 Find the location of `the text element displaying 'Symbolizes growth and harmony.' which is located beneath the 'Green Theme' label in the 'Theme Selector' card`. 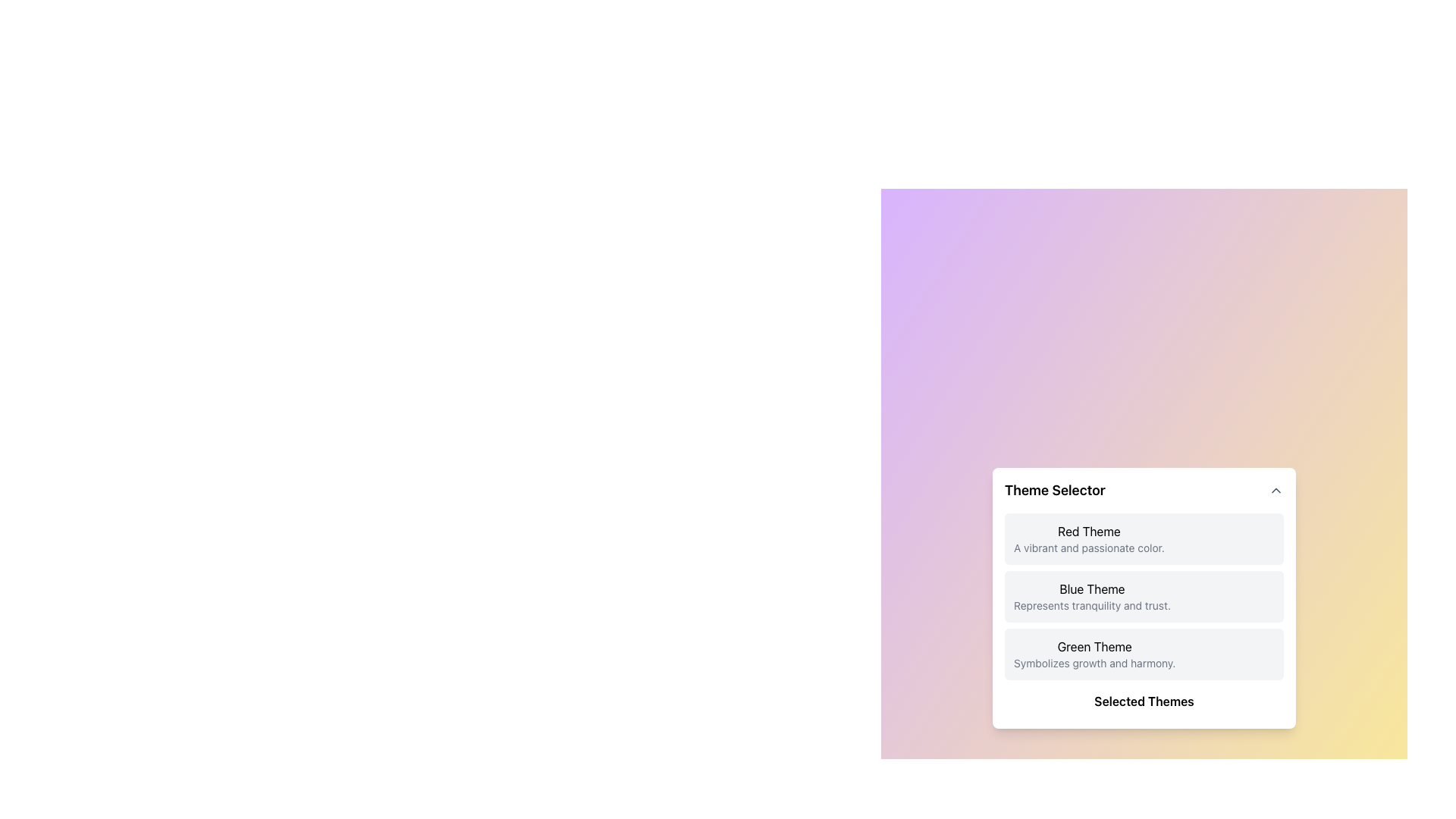

the text element displaying 'Symbolizes growth and harmony.' which is located beneath the 'Green Theme' label in the 'Theme Selector' card is located at coordinates (1094, 663).